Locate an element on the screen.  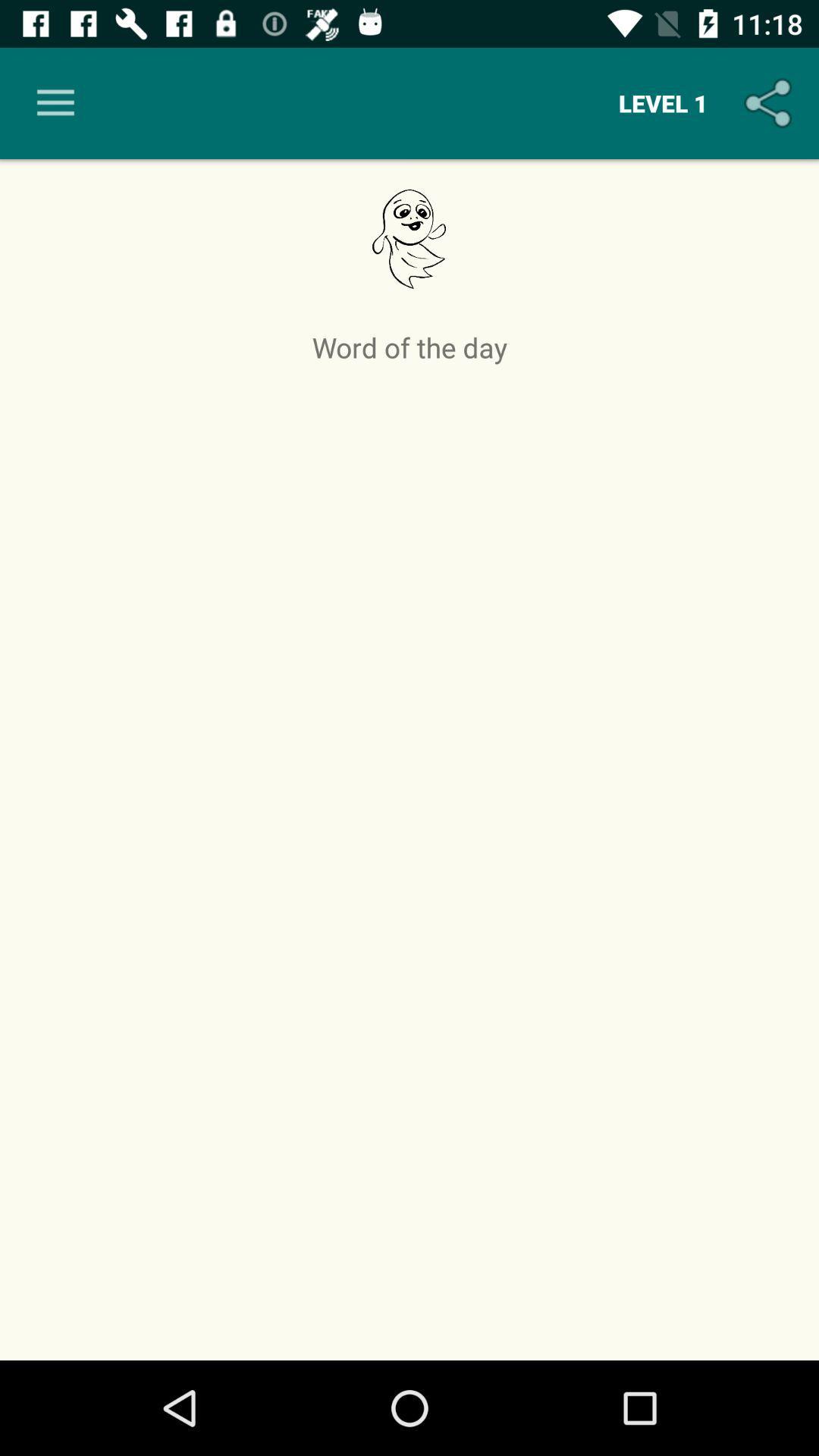
icon to the left of level 1 item is located at coordinates (55, 102).